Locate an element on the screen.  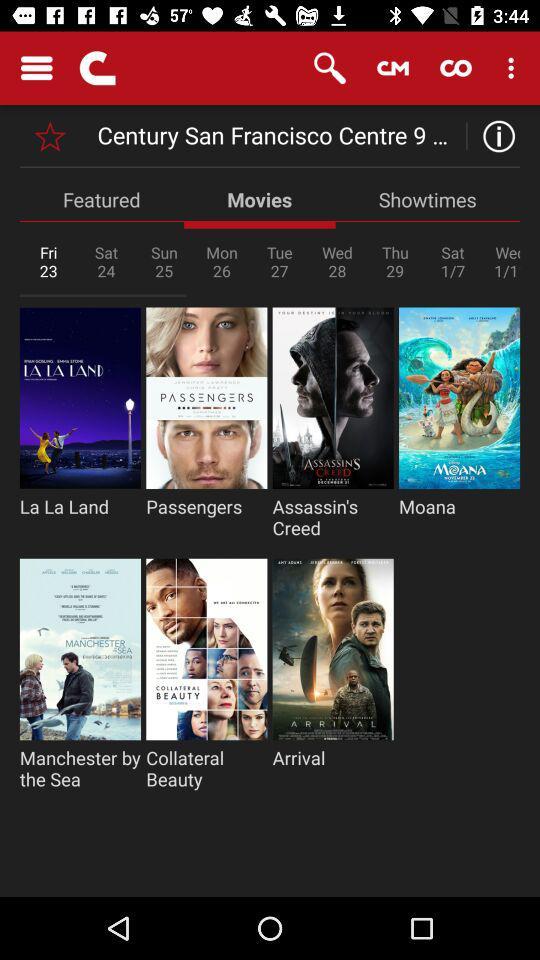
open information menu is located at coordinates (492, 135).